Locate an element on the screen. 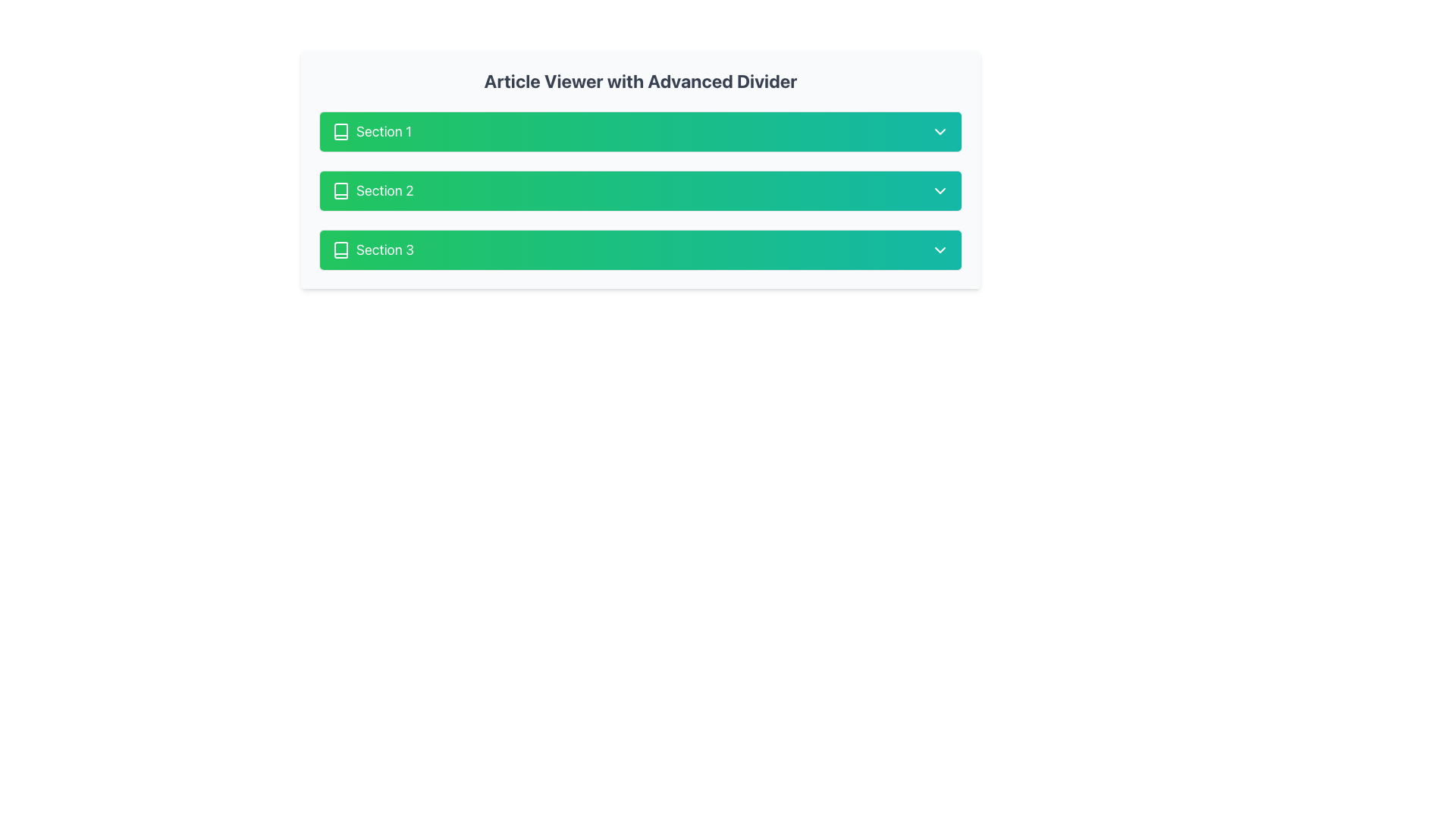 The image size is (1456, 819). the small vector icon depicting a book, which is located to the left of the text 'Section 2' within the green rectangular area labeled 'Section 2' is located at coordinates (340, 190).